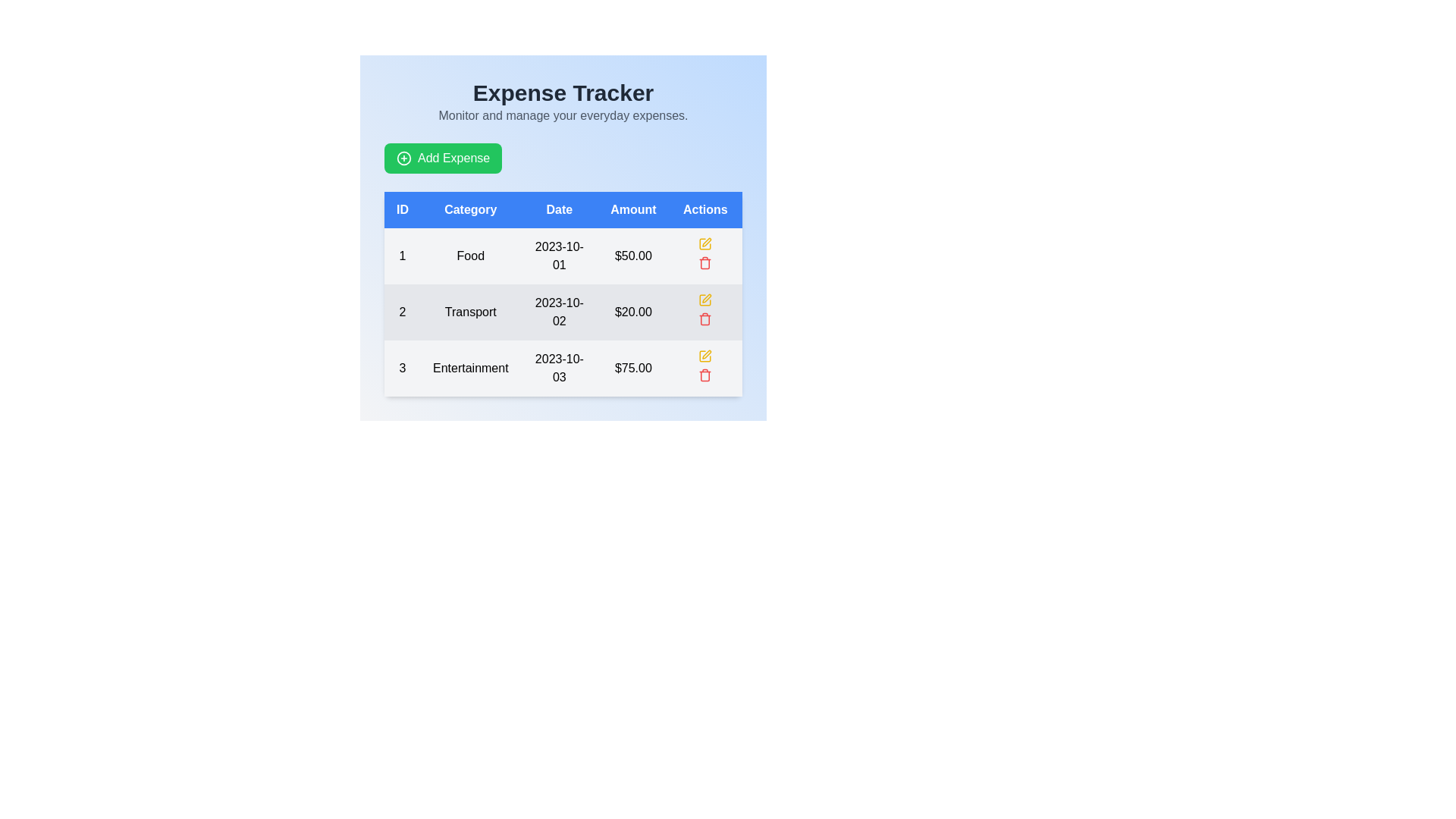  What do you see at coordinates (704, 375) in the screenshot?
I see `the delete icon button located in the 'Actions' column of the data table for the third row, which corresponds to the 'Entertainment' expense` at bounding box center [704, 375].